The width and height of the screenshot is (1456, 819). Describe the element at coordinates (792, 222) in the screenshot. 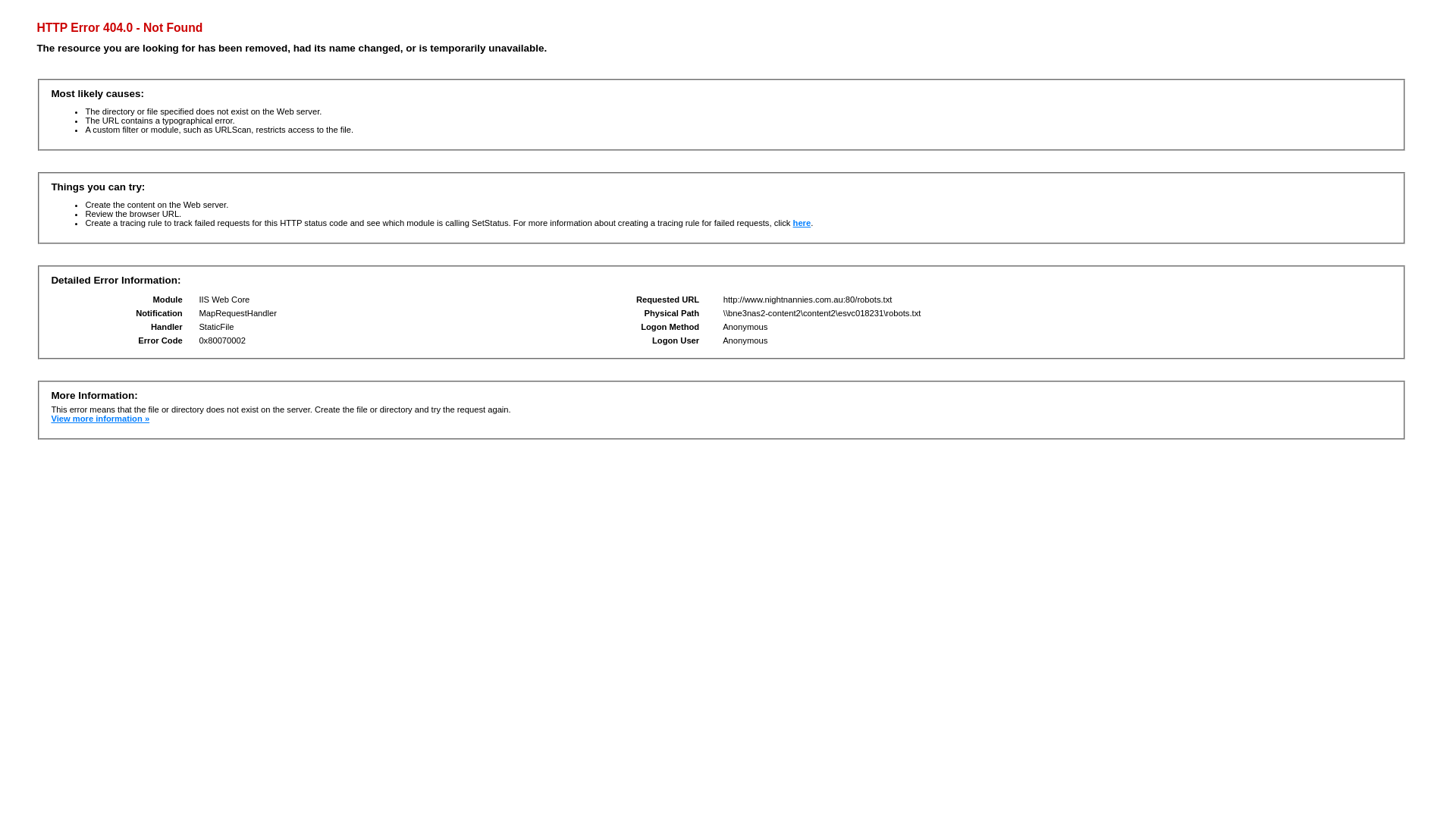

I see `'here'` at that location.